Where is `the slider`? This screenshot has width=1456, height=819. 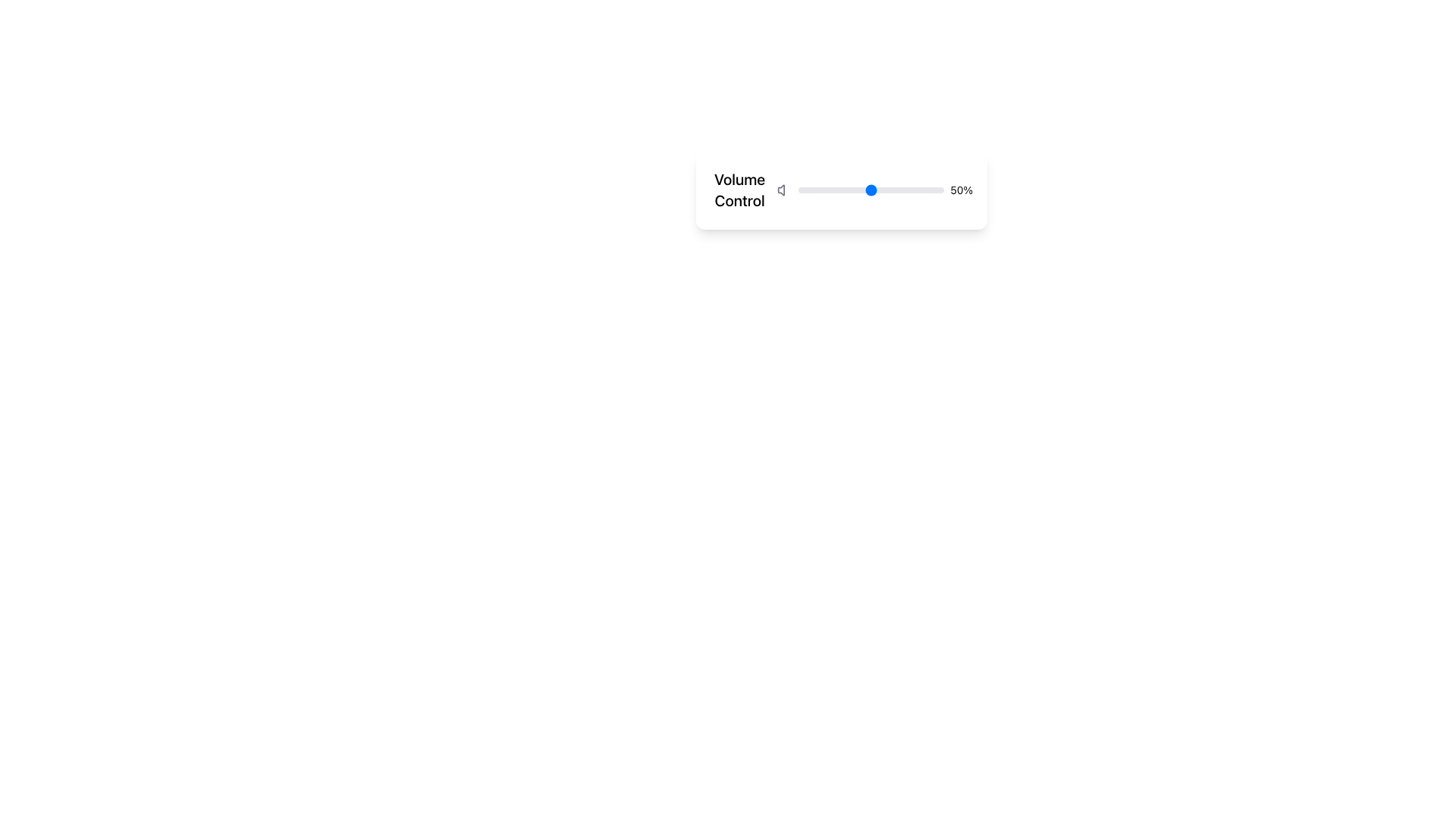 the slider is located at coordinates (892, 189).